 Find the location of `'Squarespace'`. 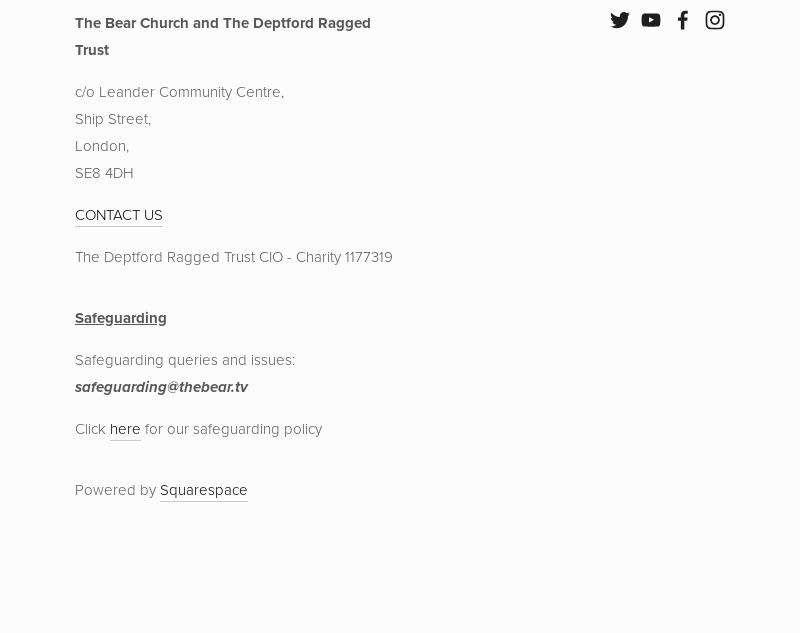

'Squarespace' is located at coordinates (204, 489).